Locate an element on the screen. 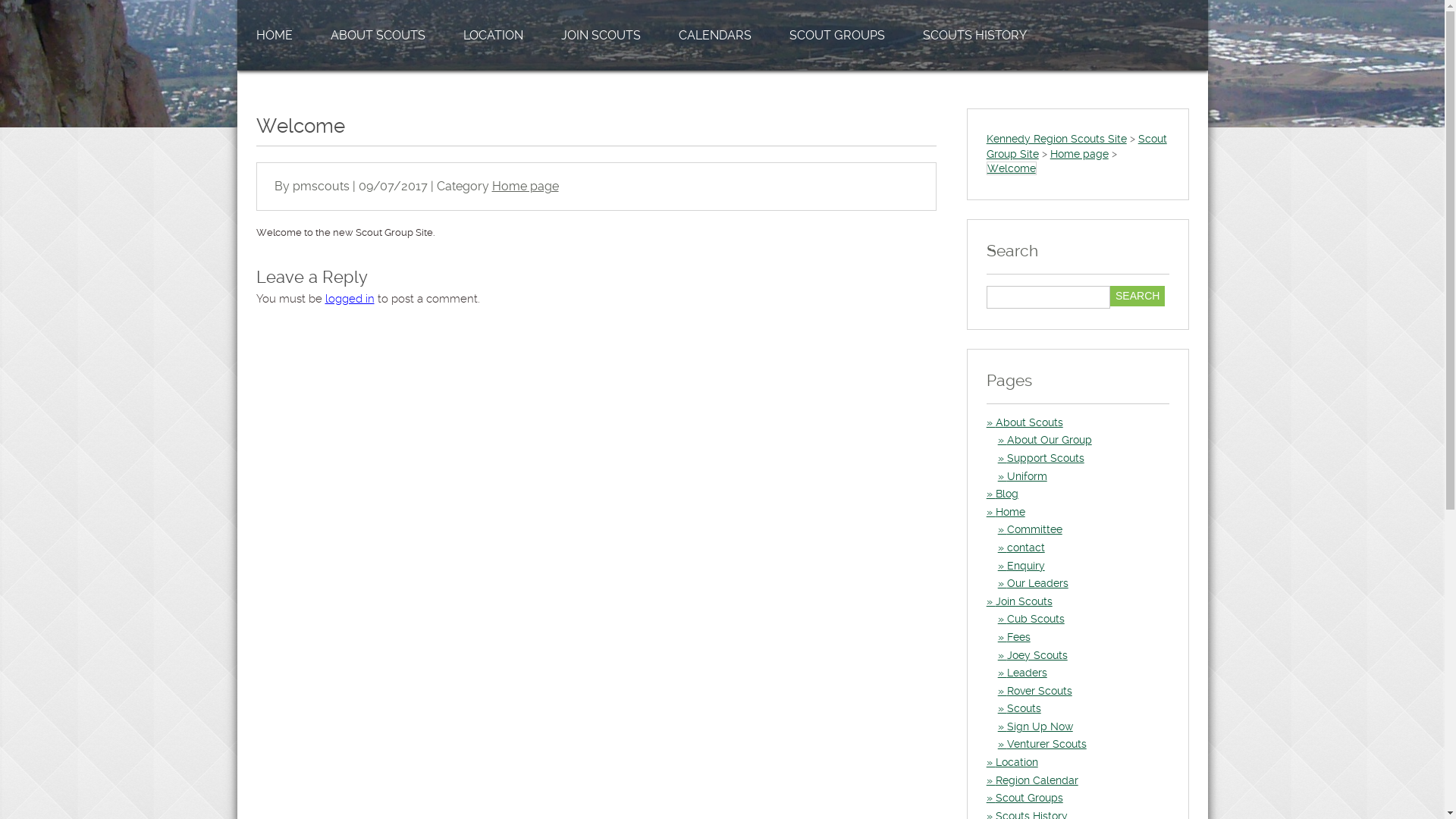  'SCOUT GROUPS' is located at coordinates (836, 34).